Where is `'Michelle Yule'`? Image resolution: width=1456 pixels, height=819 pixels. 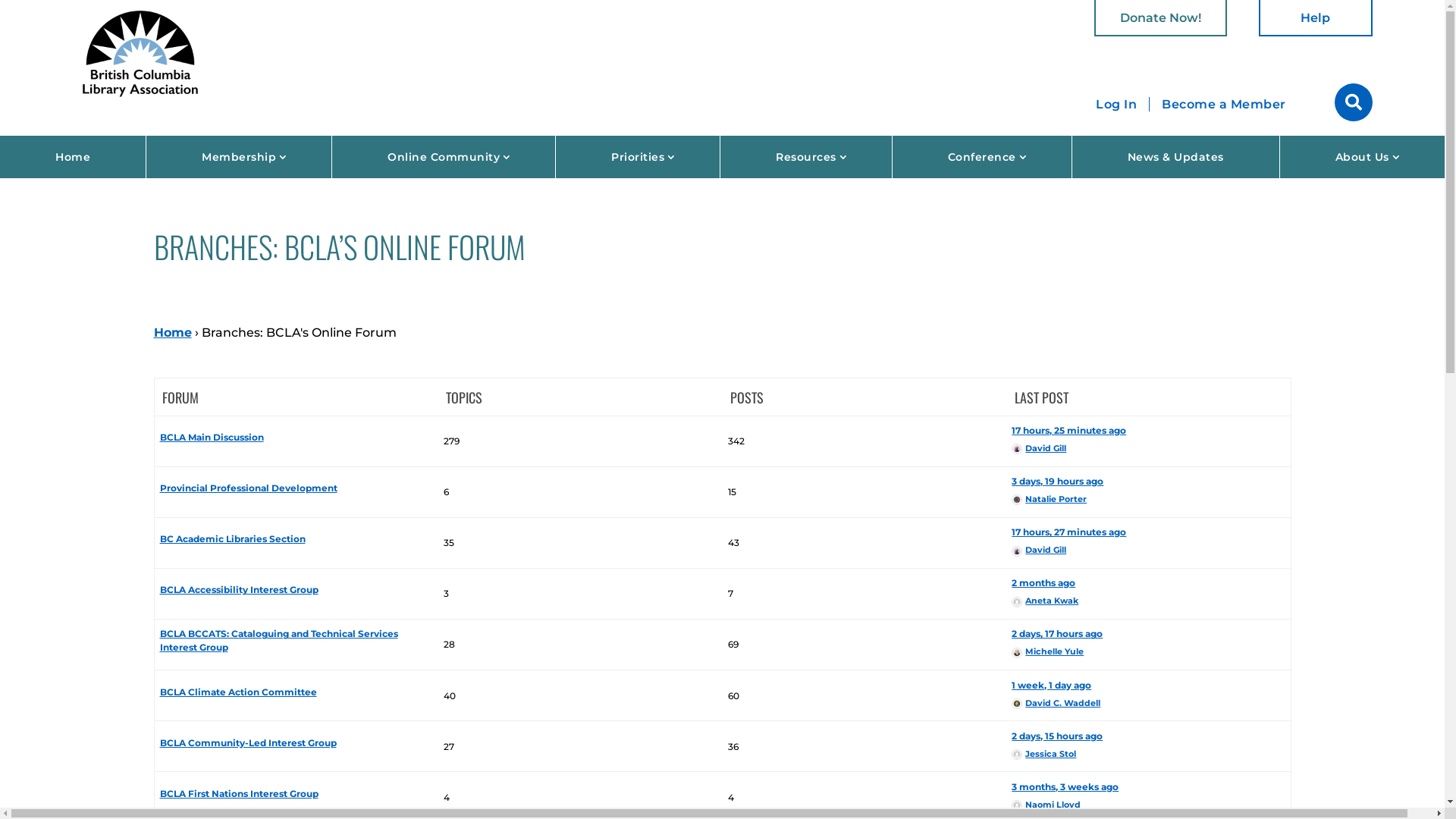 'Michelle Yule' is located at coordinates (1046, 651).